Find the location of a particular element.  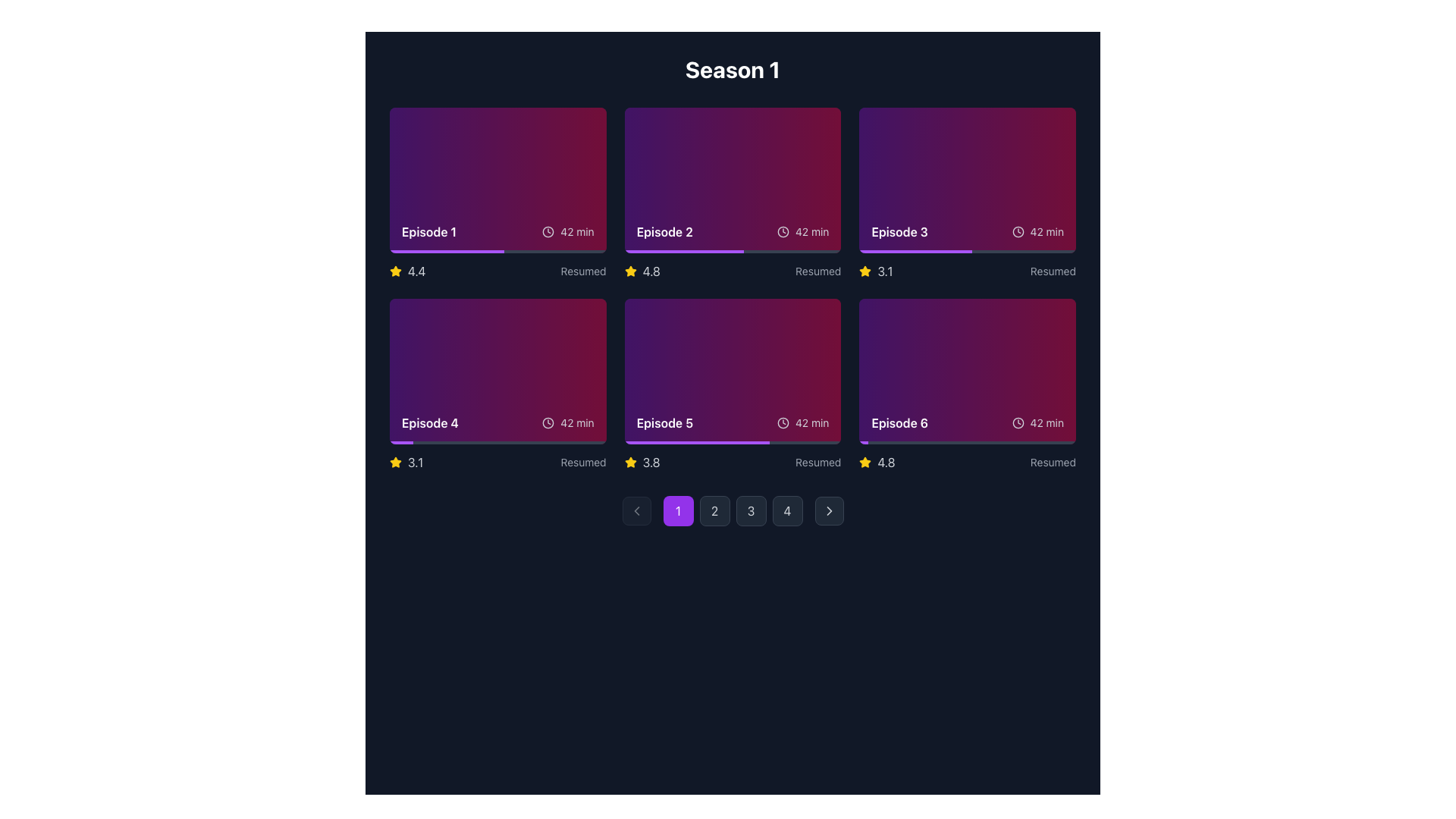

the star icon that visually represents the rating score for the episode associated with 'Episode 3', located in the second row, first column of the series season layout is located at coordinates (865, 271).